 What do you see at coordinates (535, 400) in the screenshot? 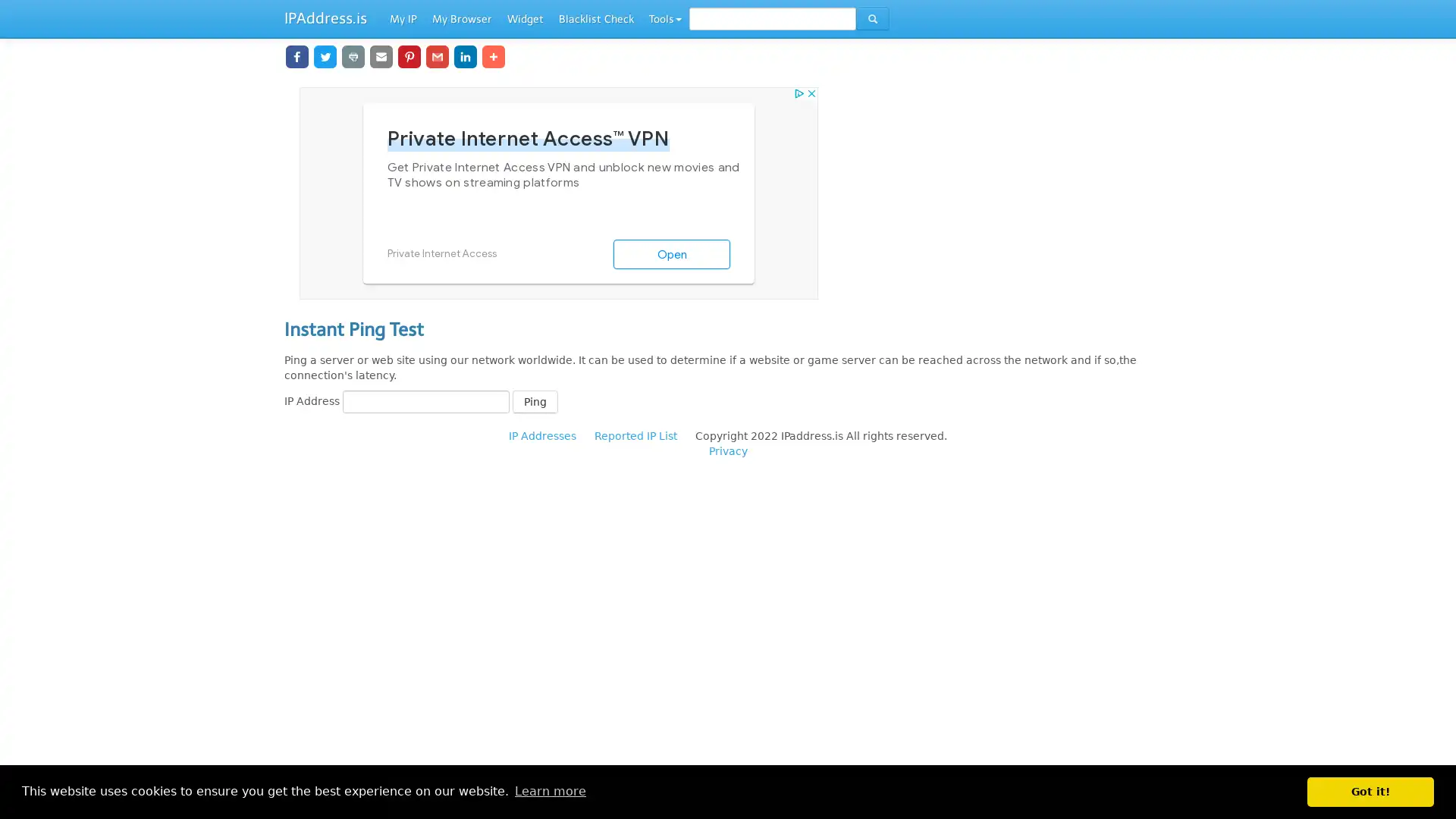
I see `Ping` at bounding box center [535, 400].